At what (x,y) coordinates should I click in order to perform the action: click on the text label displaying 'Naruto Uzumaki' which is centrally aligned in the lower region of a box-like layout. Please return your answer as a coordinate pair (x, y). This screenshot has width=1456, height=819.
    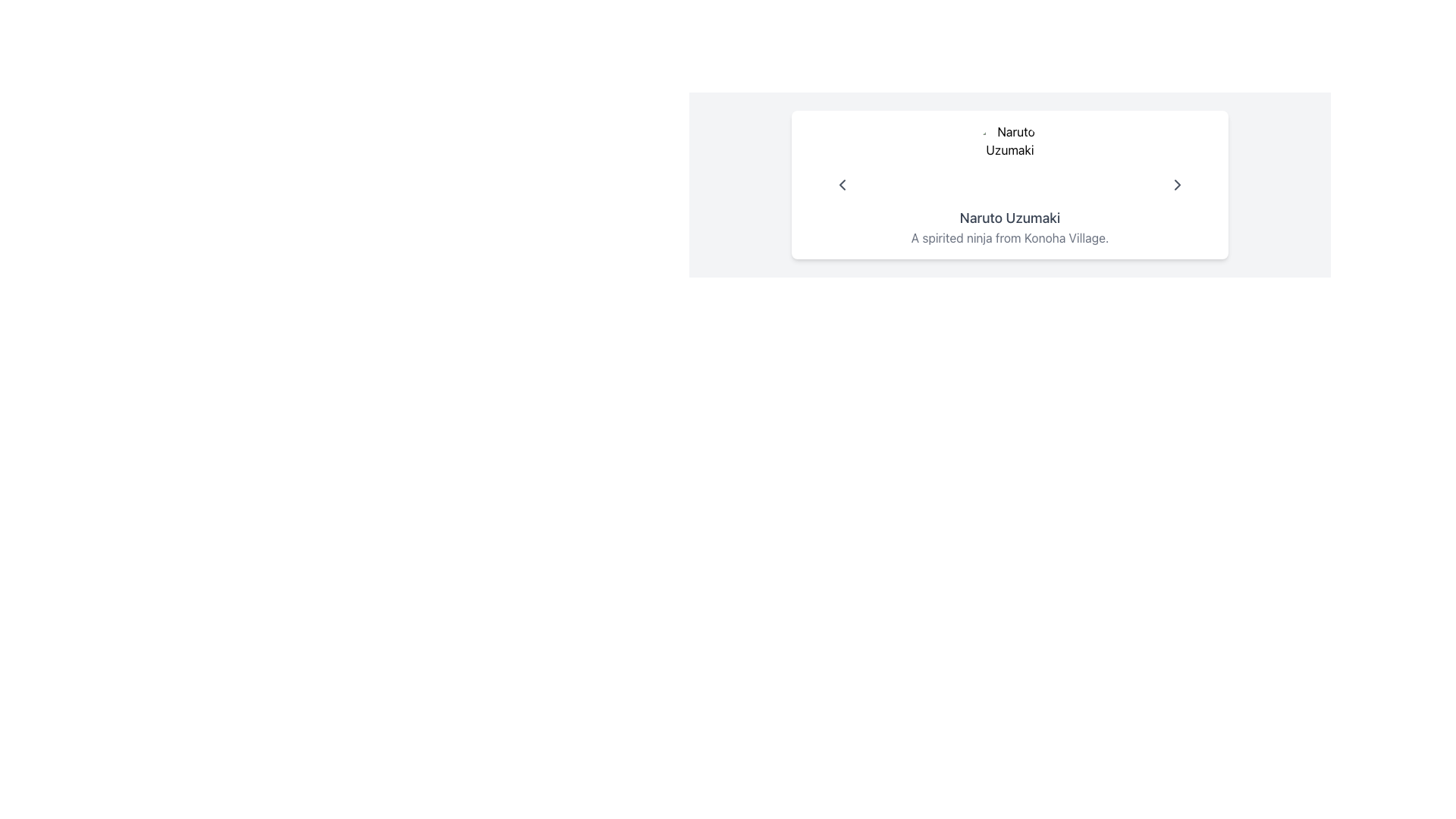
    Looking at the image, I should click on (1009, 218).